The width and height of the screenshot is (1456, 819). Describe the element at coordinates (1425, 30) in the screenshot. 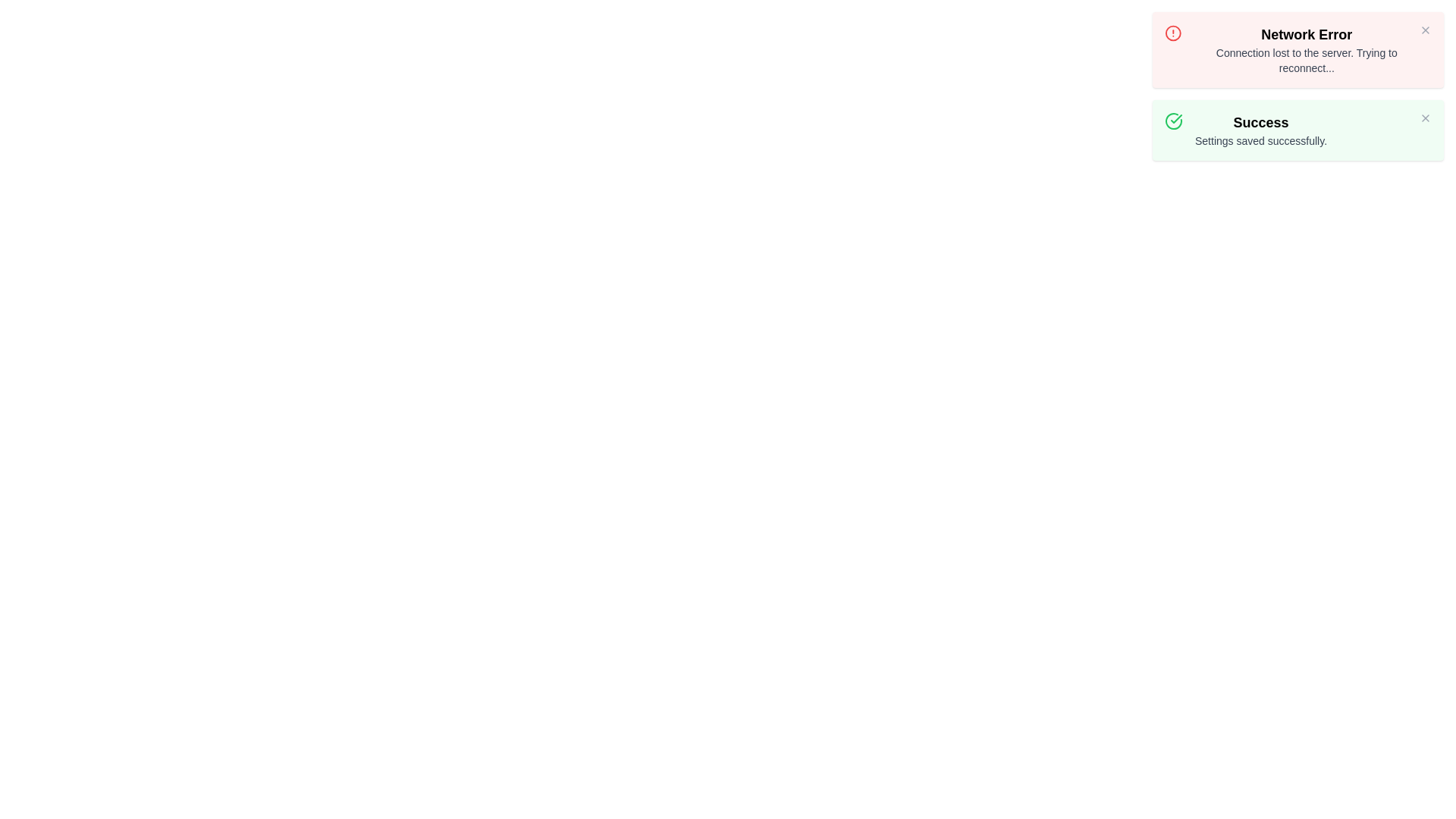

I see `the close button for the error notification, which is located at the top-right corner of the notification box displaying the message starting with 'Network Error'` at that location.